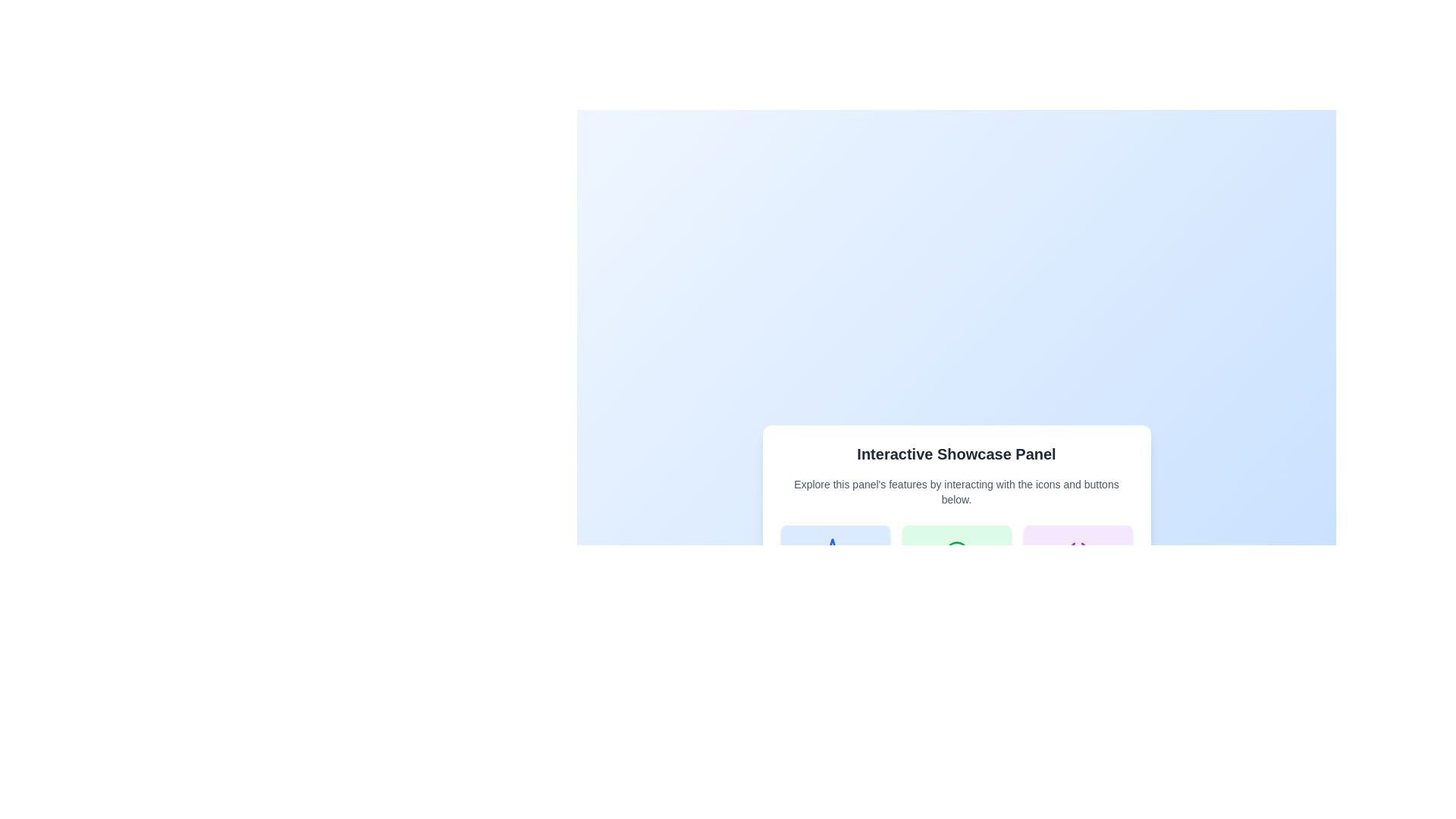  I want to click on the Text Label located under the header 'Interactive Showcase Panel', which is styled with a small font size and gray color, so click(955, 491).